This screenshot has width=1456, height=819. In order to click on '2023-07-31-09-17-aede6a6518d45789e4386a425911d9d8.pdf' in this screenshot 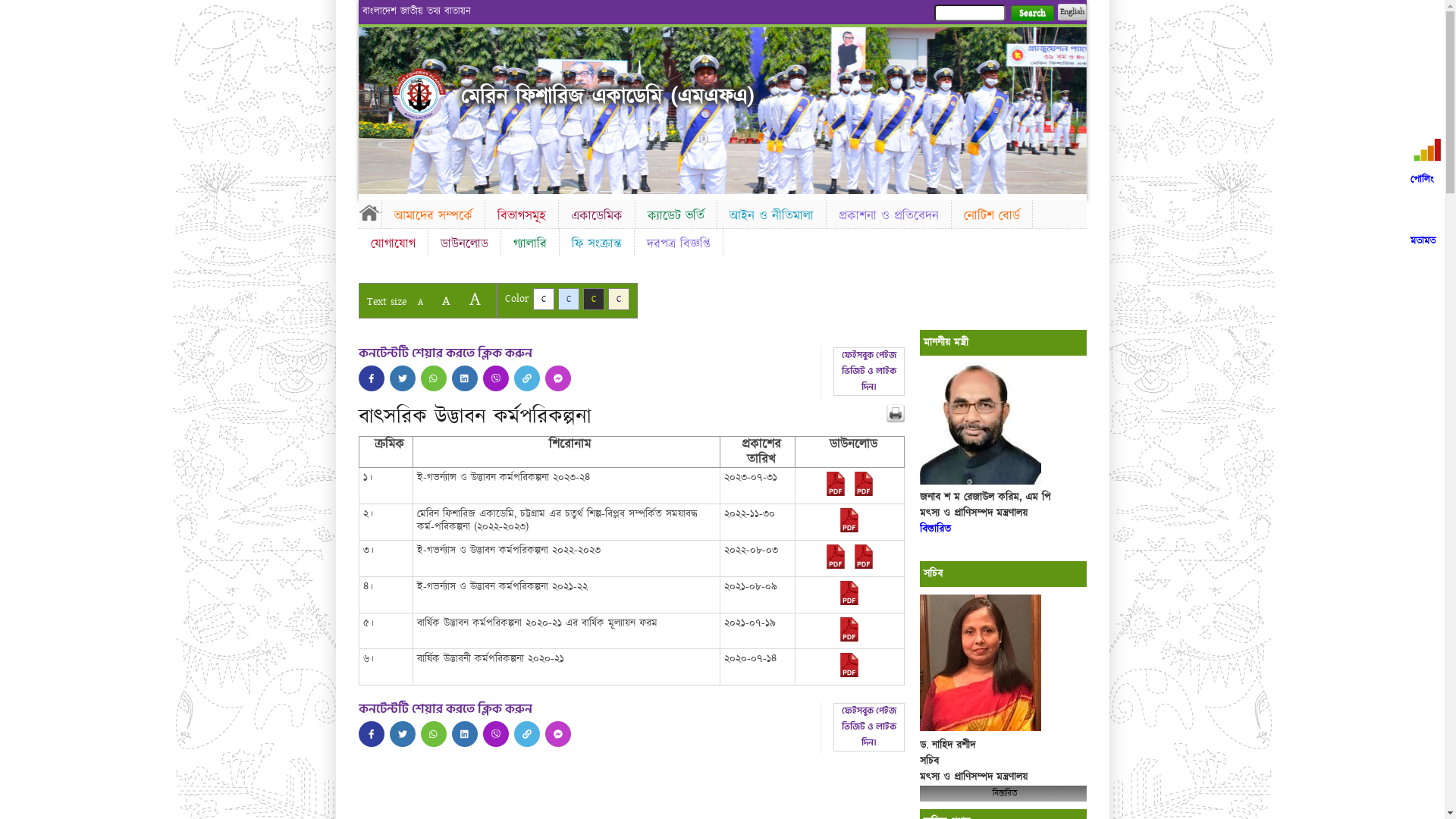, I will do `click(863, 493)`.